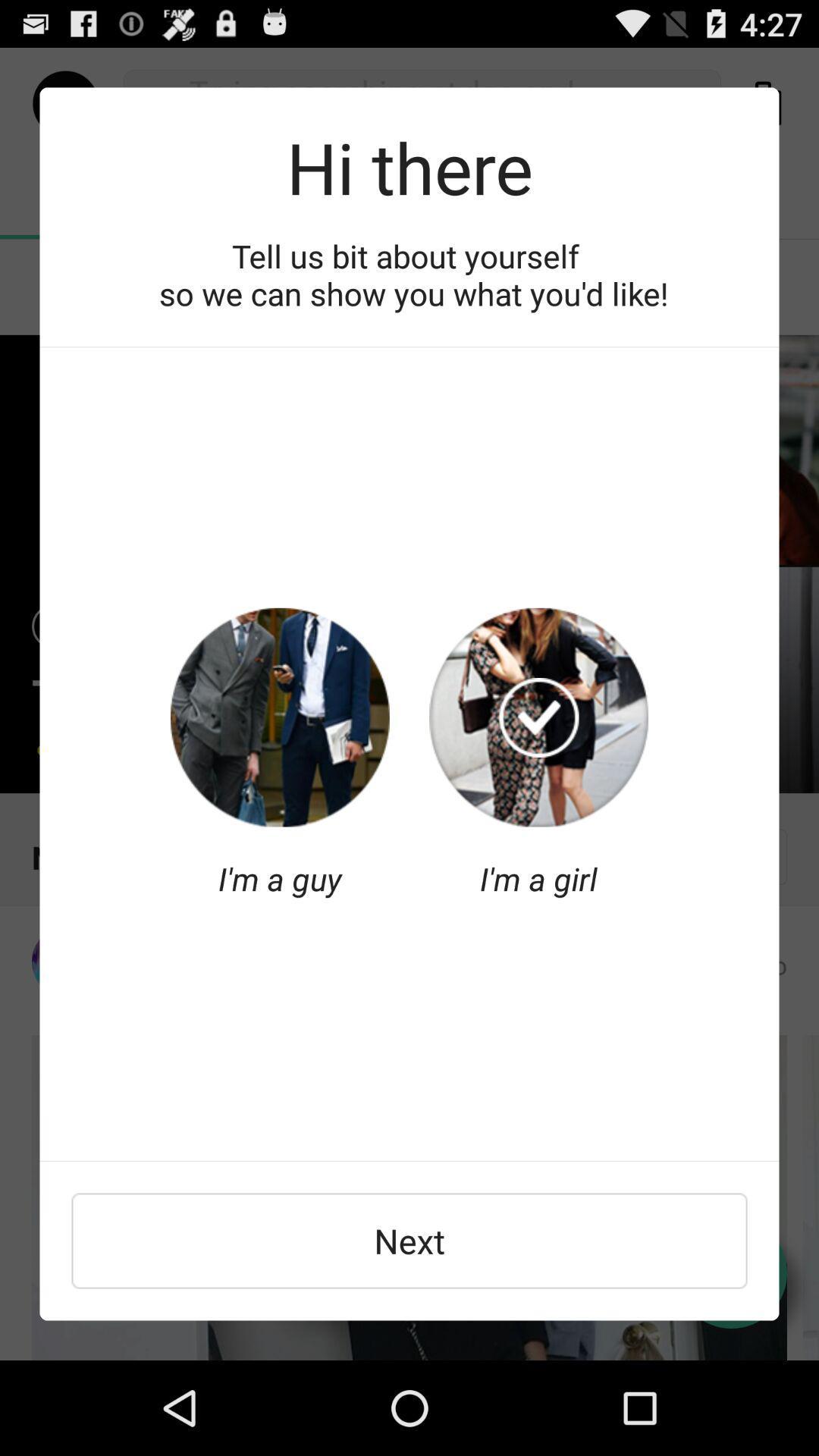 The width and height of the screenshot is (819, 1456). What do you see at coordinates (538, 717) in the screenshot?
I see `im a girl option` at bounding box center [538, 717].